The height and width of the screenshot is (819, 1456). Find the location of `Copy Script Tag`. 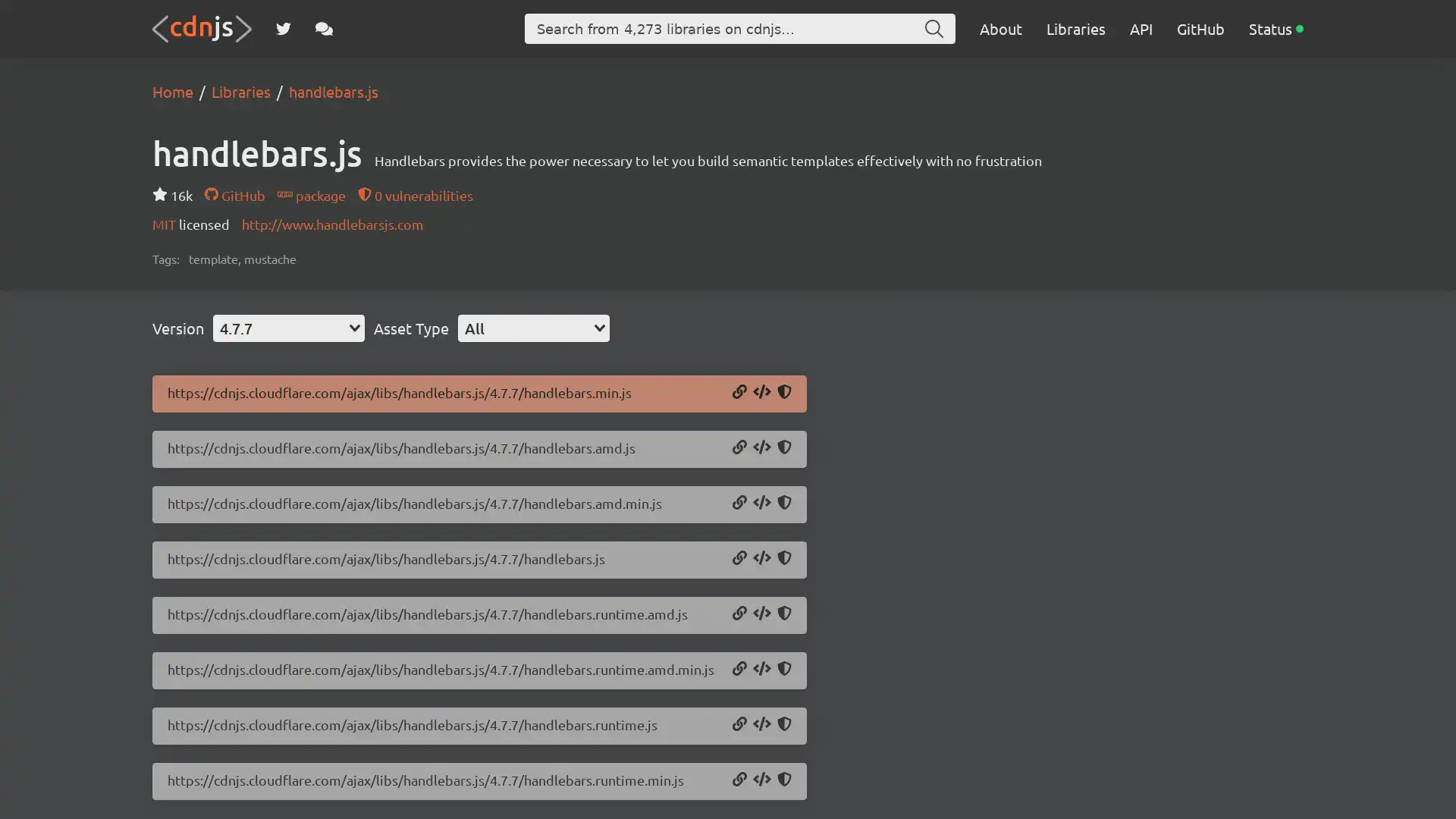

Copy Script Tag is located at coordinates (761, 614).